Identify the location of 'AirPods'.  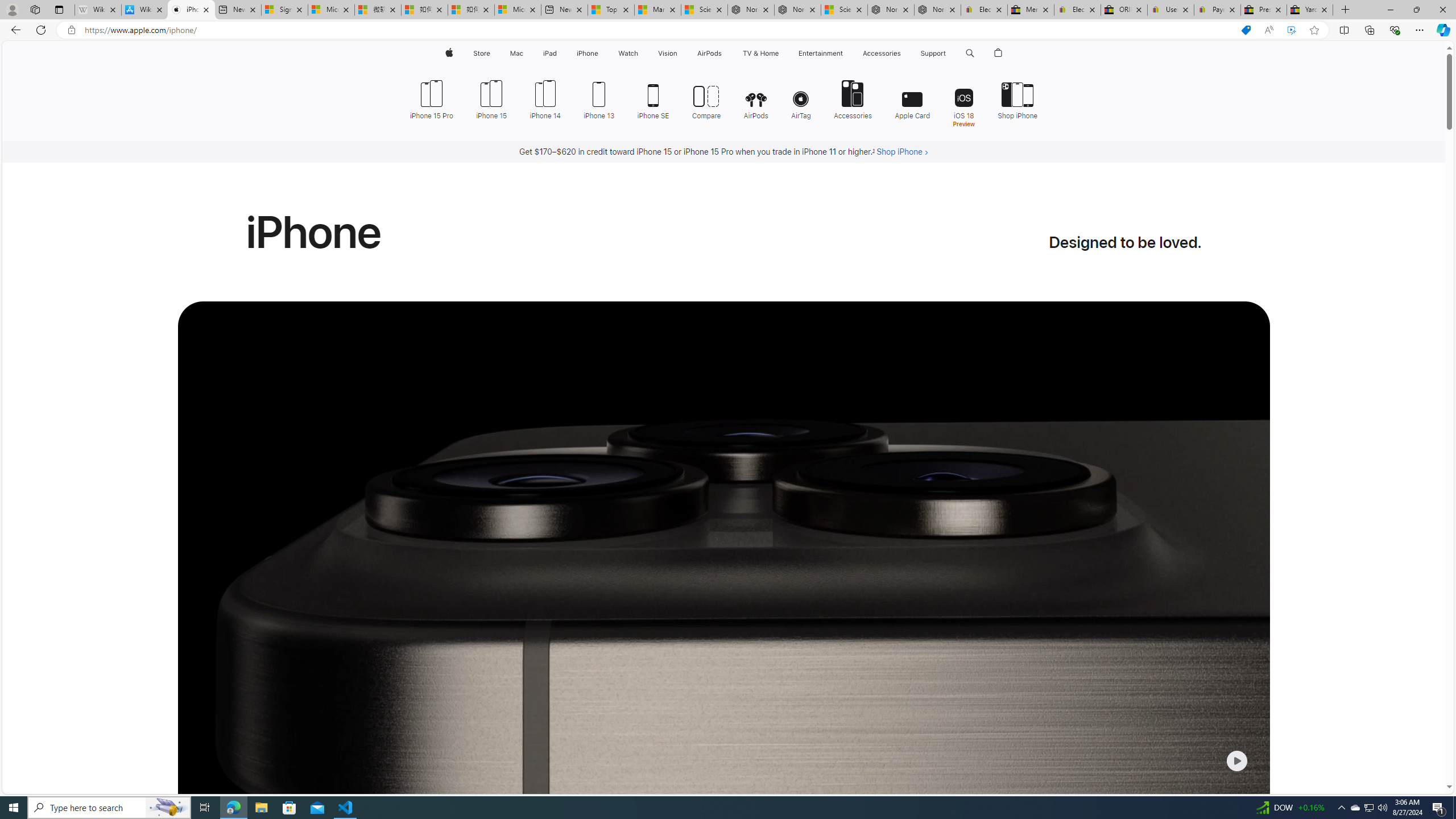
(755, 98).